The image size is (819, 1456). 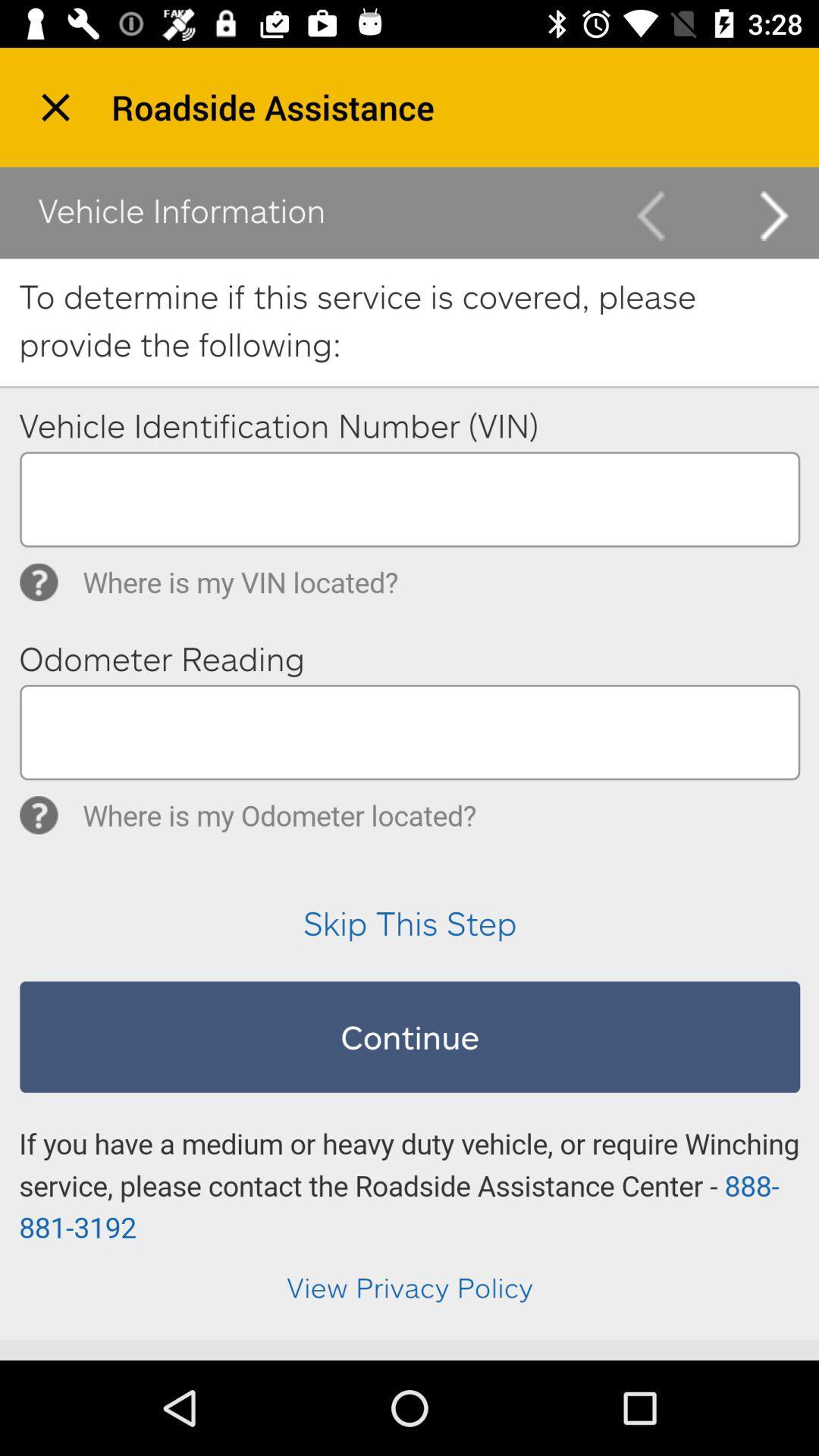 I want to click on vehicle information, so click(x=409, y=753).